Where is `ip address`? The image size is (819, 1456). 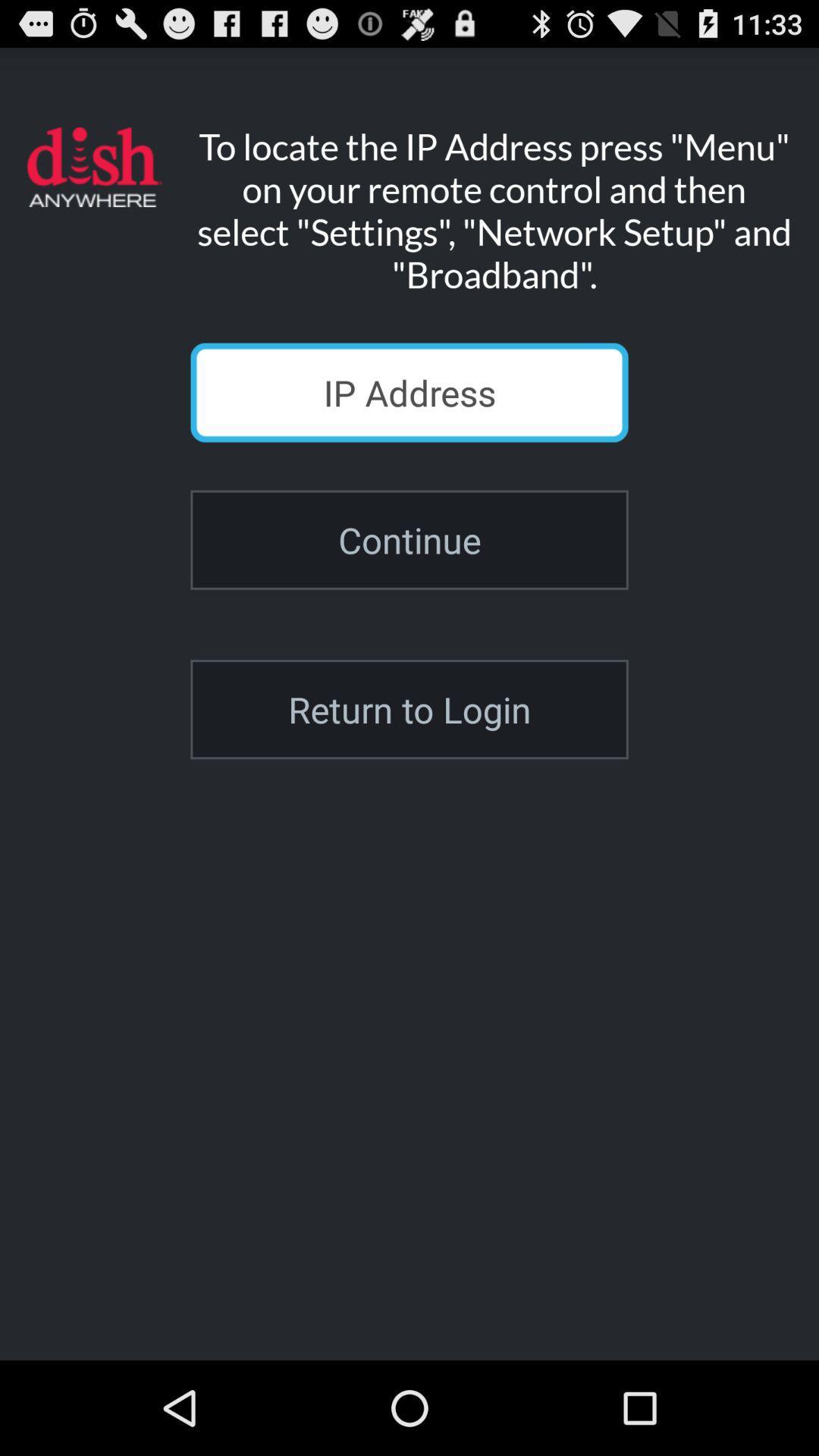 ip address is located at coordinates (409, 392).